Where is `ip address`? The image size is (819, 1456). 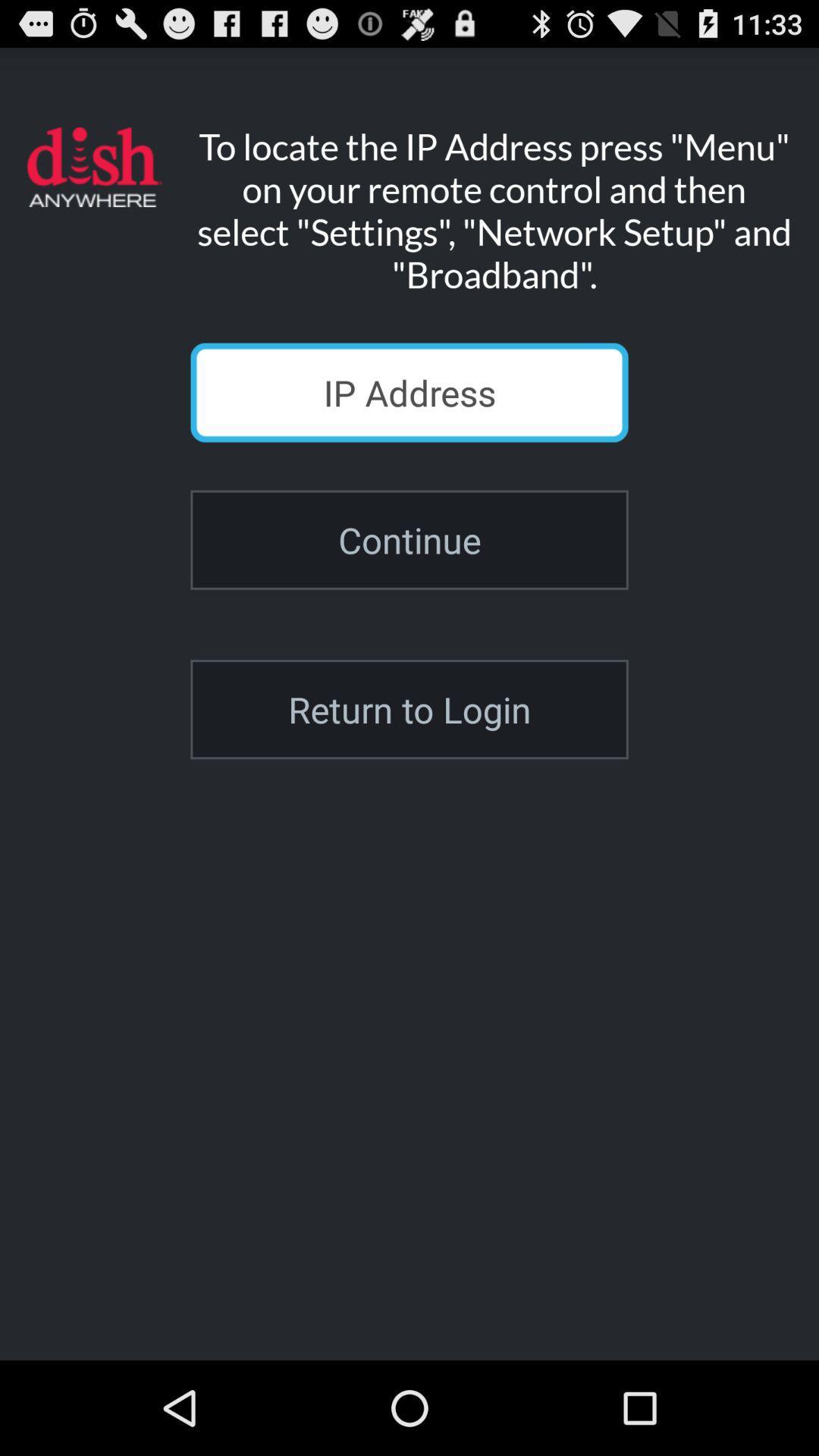 ip address is located at coordinates (409, 392).